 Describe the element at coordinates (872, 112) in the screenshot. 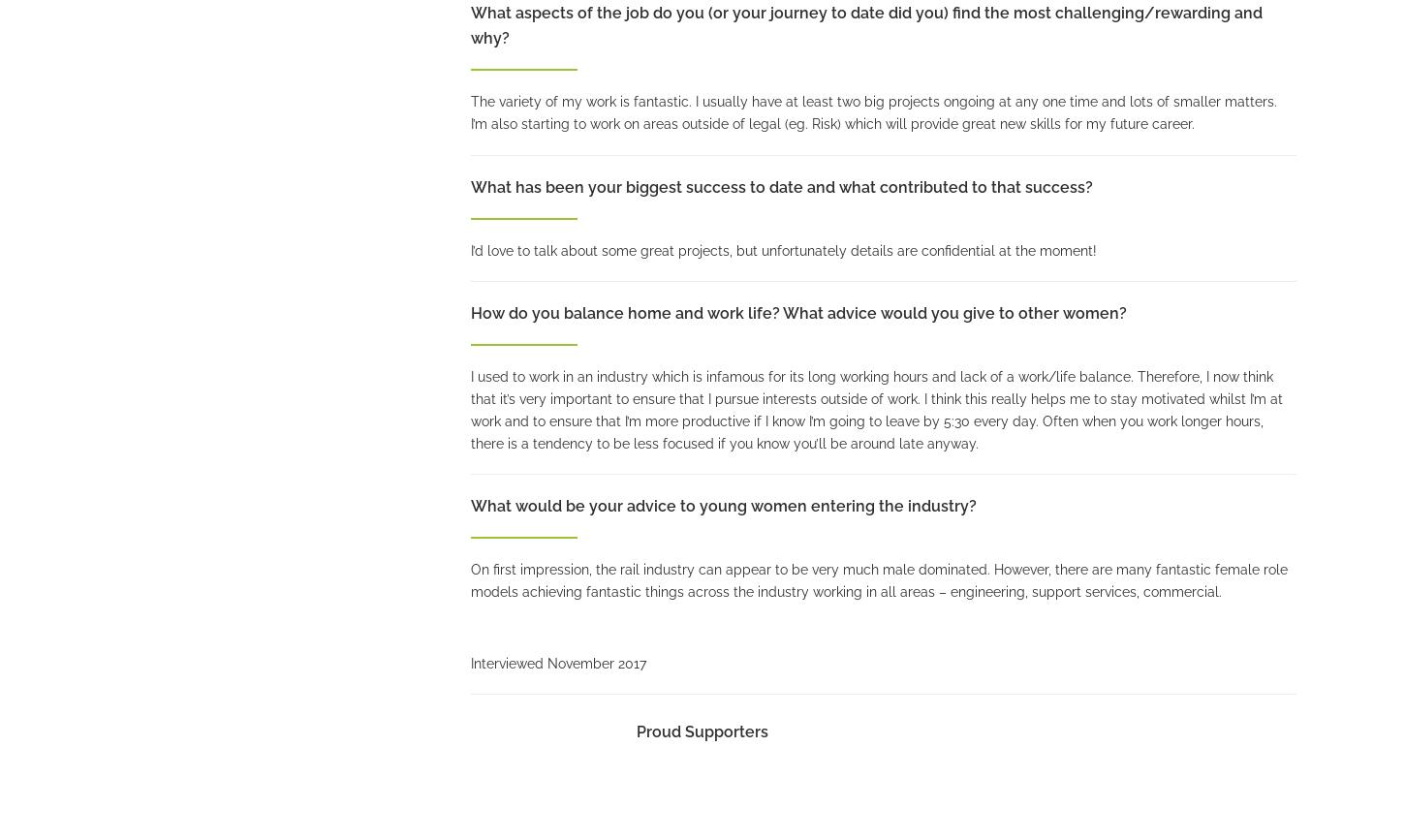

I see `'The variety of my work is fantastic. I usually have at least two big projects ongoing at any one time and lots of smaller matters. I’m also starting to work on areas outside of legal (eg. Risk) which will provide great new skills for my future career.'` at that location.